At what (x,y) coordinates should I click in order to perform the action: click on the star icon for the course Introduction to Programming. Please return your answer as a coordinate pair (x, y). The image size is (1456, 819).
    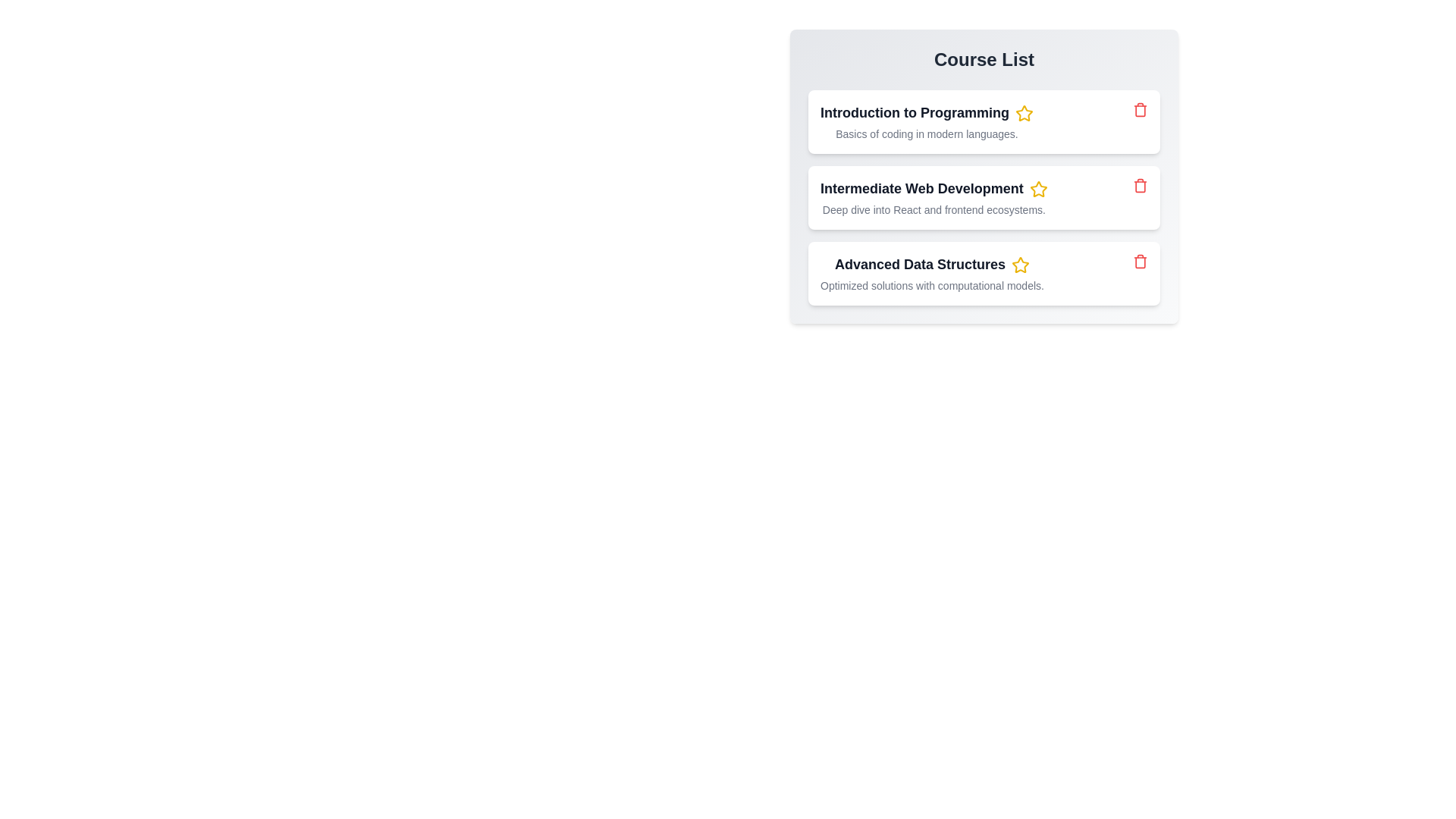
    Looking at the image, I should click on (1024, 113).